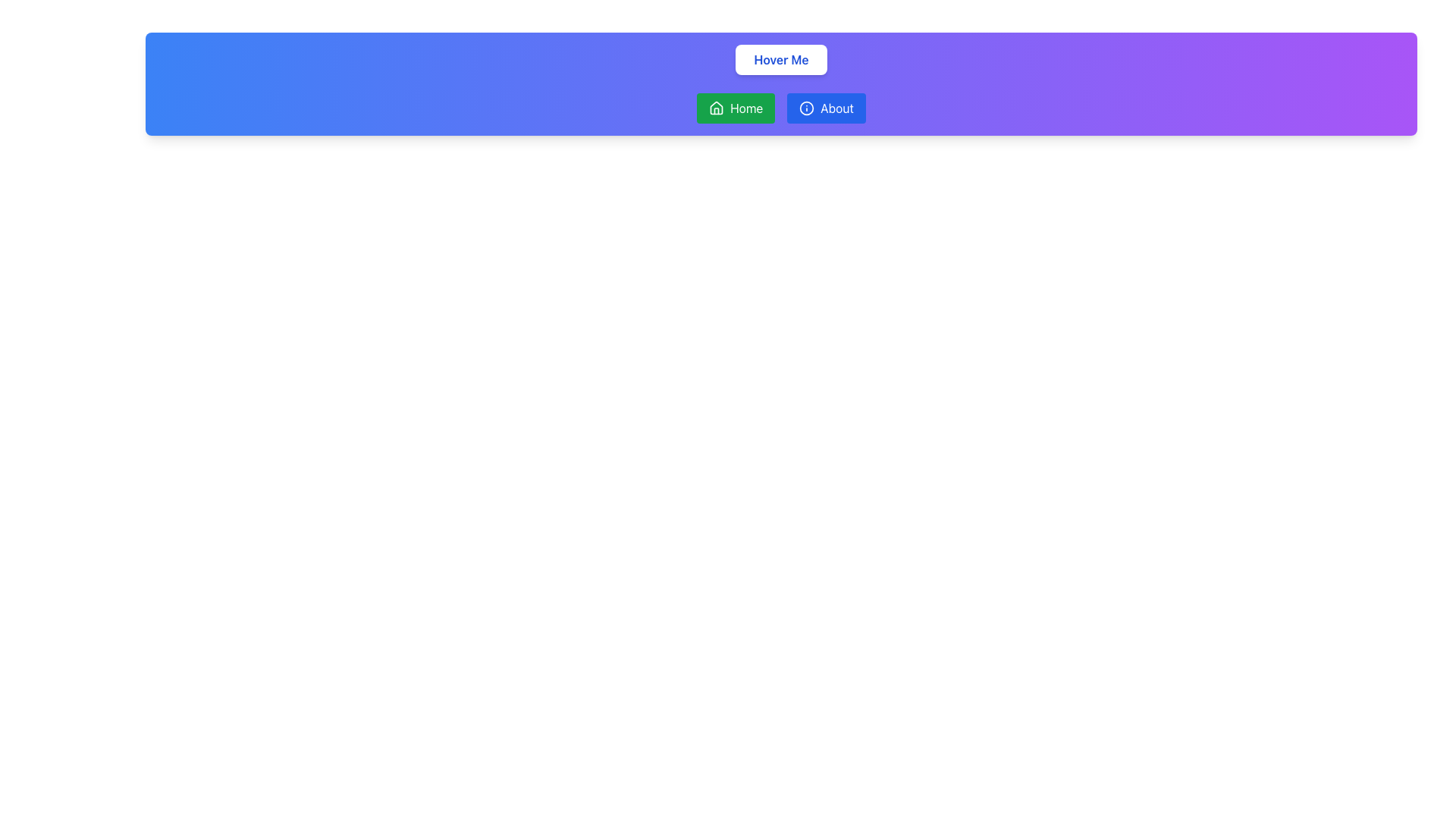  What do you see at coordinates (825, 107) in the screenshot?
I see `the navigational button located to the right of the 'Home' button in the navigation bar` at bounding box center [825, 107].